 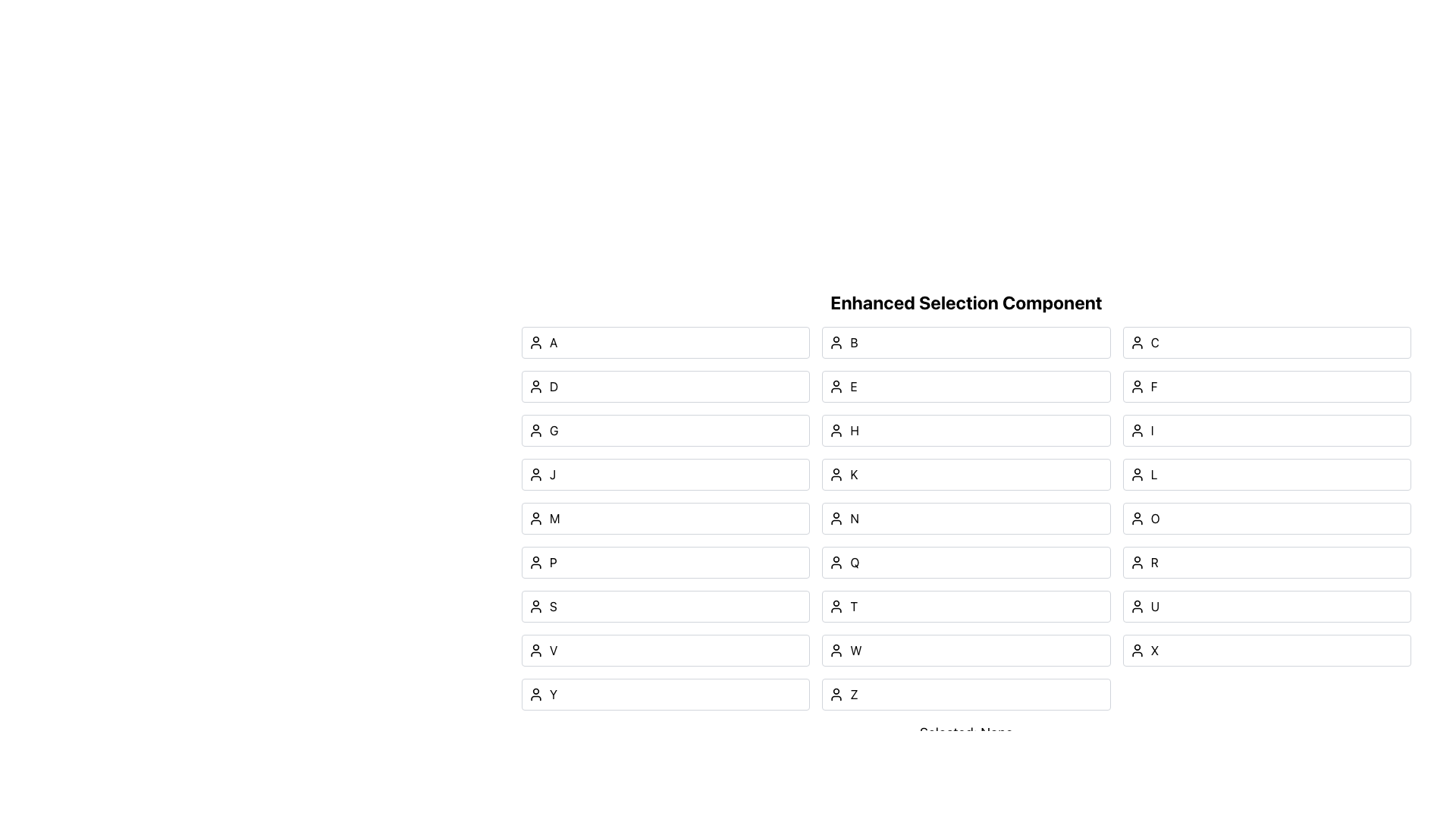 I want to click on the decorative SVG icon representing a user, located inside the interactive box labeled 'L' in the enhanced selection grid, so click(x=1137, y=473).